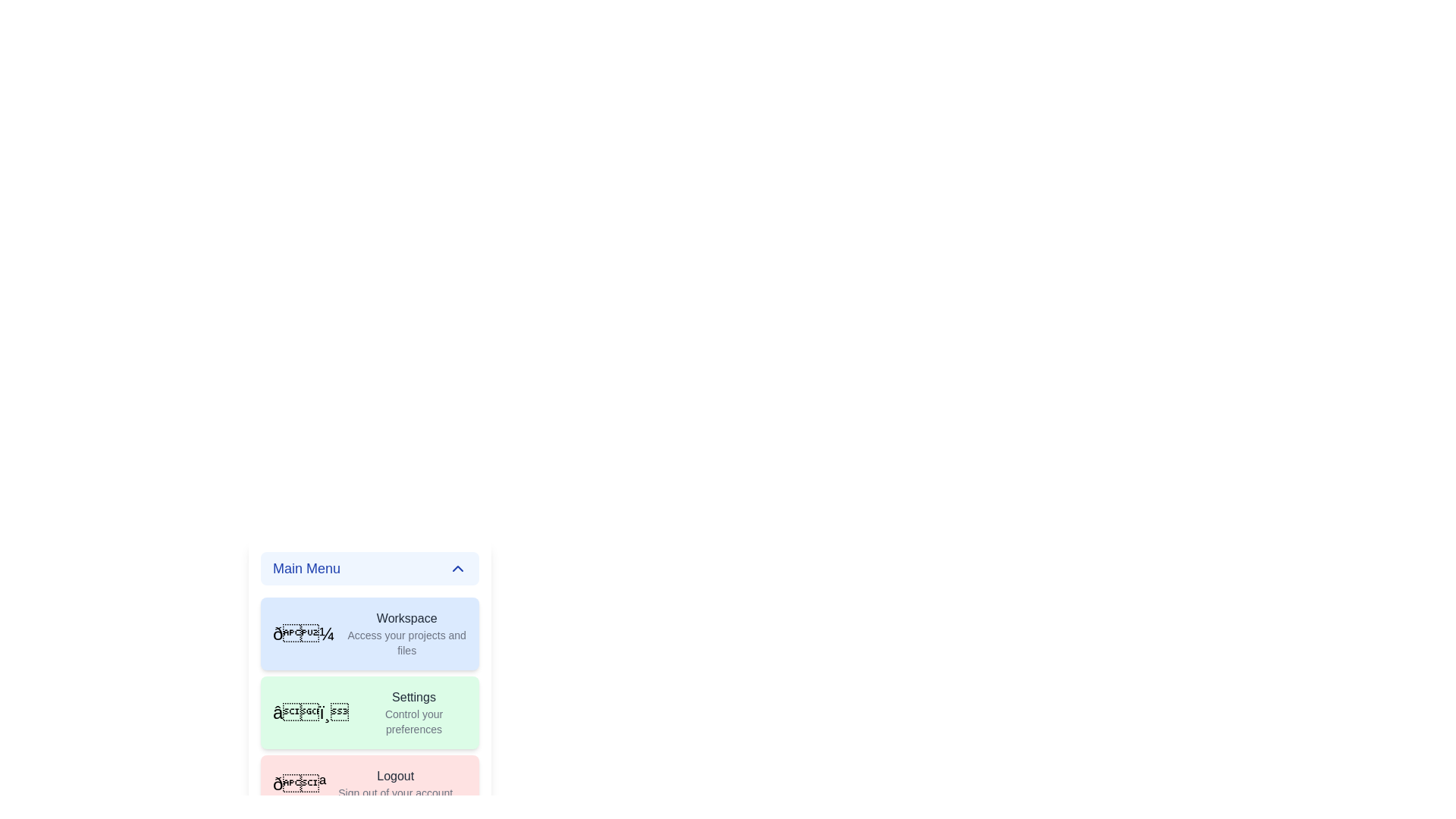 The height and width of the screenshot is (819, 1456). What do you see at coordinates (395, 792) in the screenshot?
I see `the text label that reads 'Sign out of your account', which is displayed in gray color and is smaller than the 'Logout' text above it, indicating it as secondary information` at bounding box center [395, 792].